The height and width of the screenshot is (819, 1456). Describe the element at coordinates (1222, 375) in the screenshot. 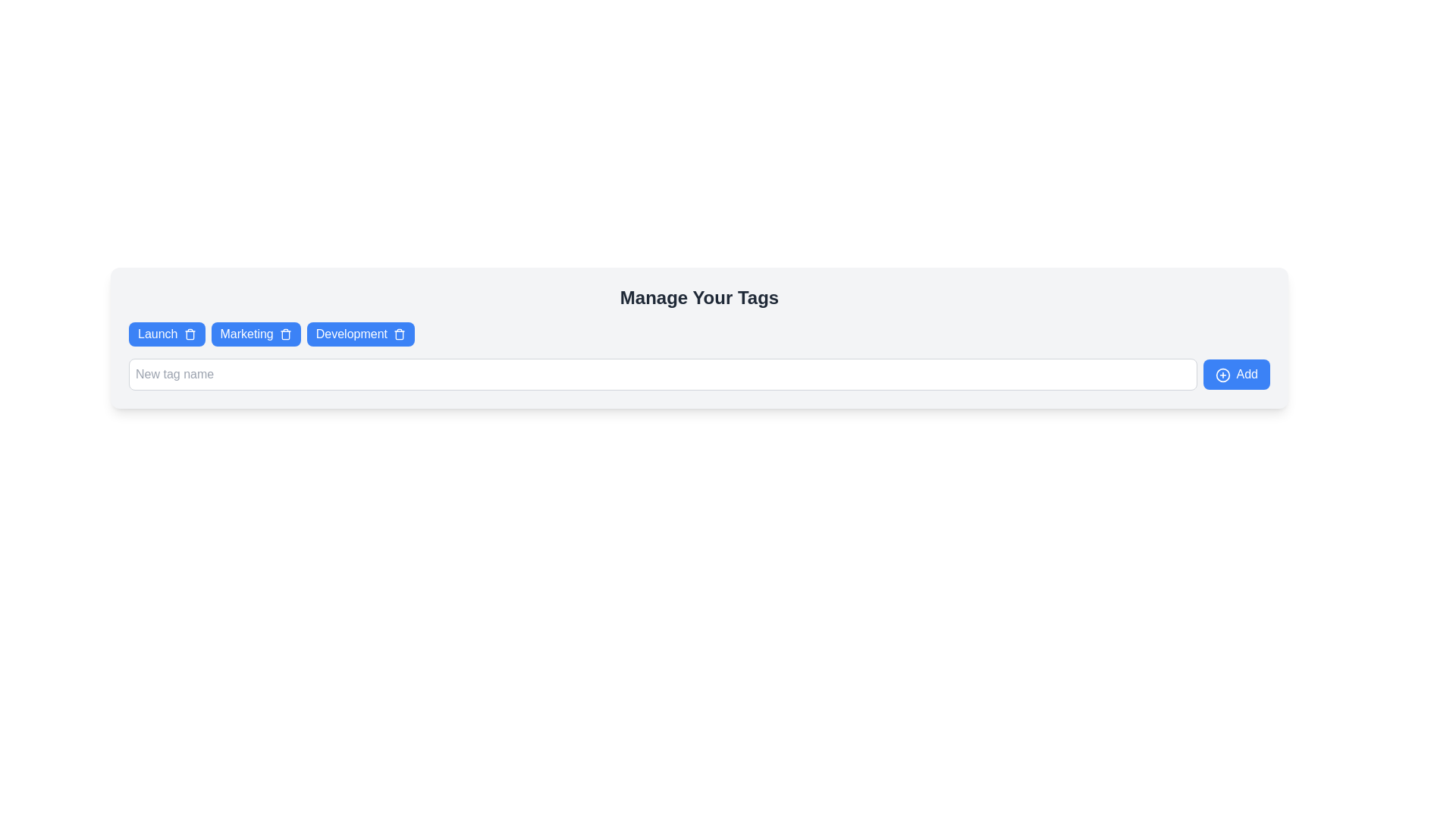

I see `the plus 'Add' icon located at the center of the circular graphic just left of the 'Add' label` at that location.